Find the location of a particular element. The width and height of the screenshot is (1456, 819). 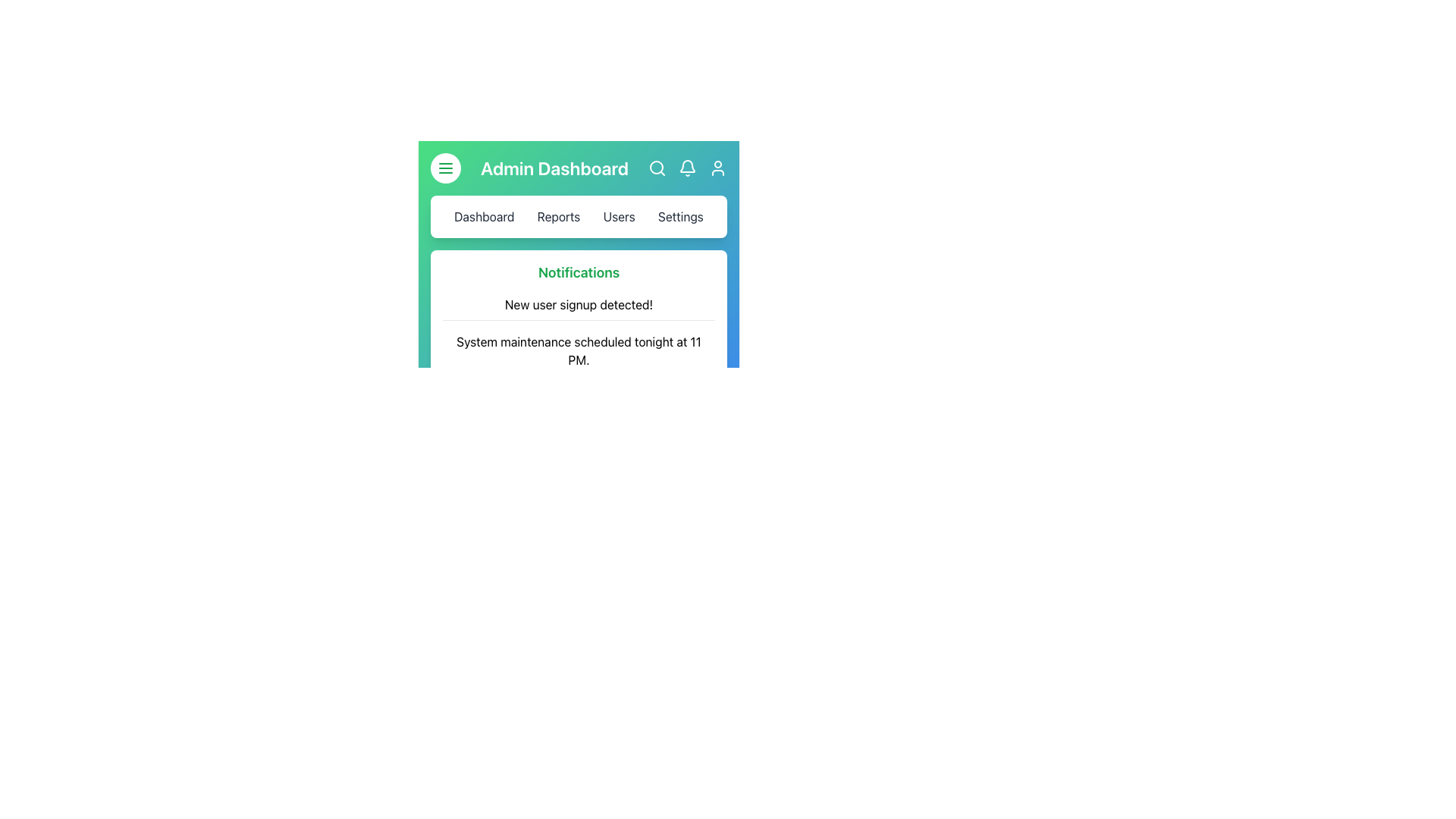

informational text about a new user signup event located under the 'Notifications' heading, which is the first entry in the list is located at coordinates (578, 305).